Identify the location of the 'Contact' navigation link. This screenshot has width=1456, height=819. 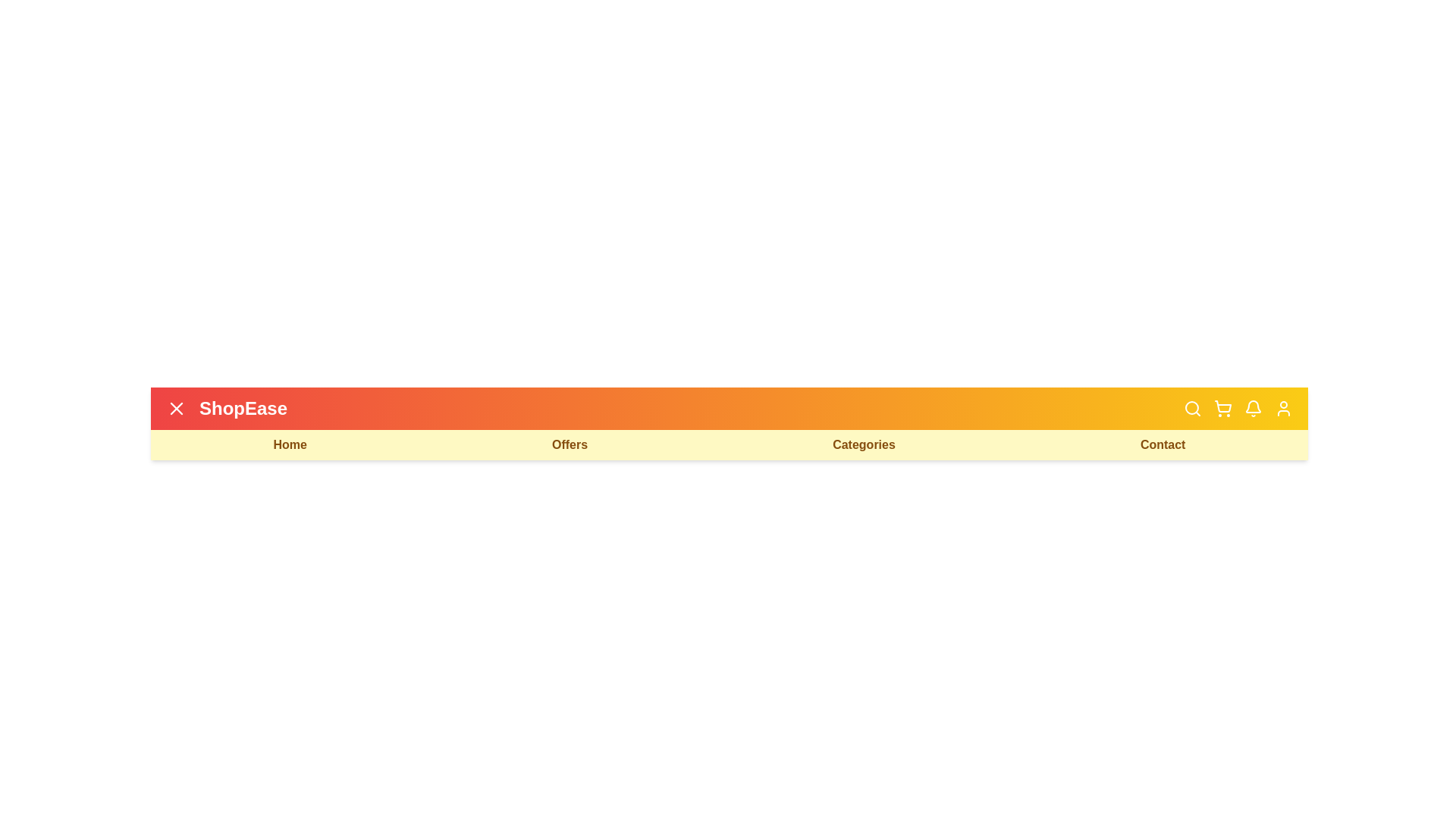
(1161, 444).